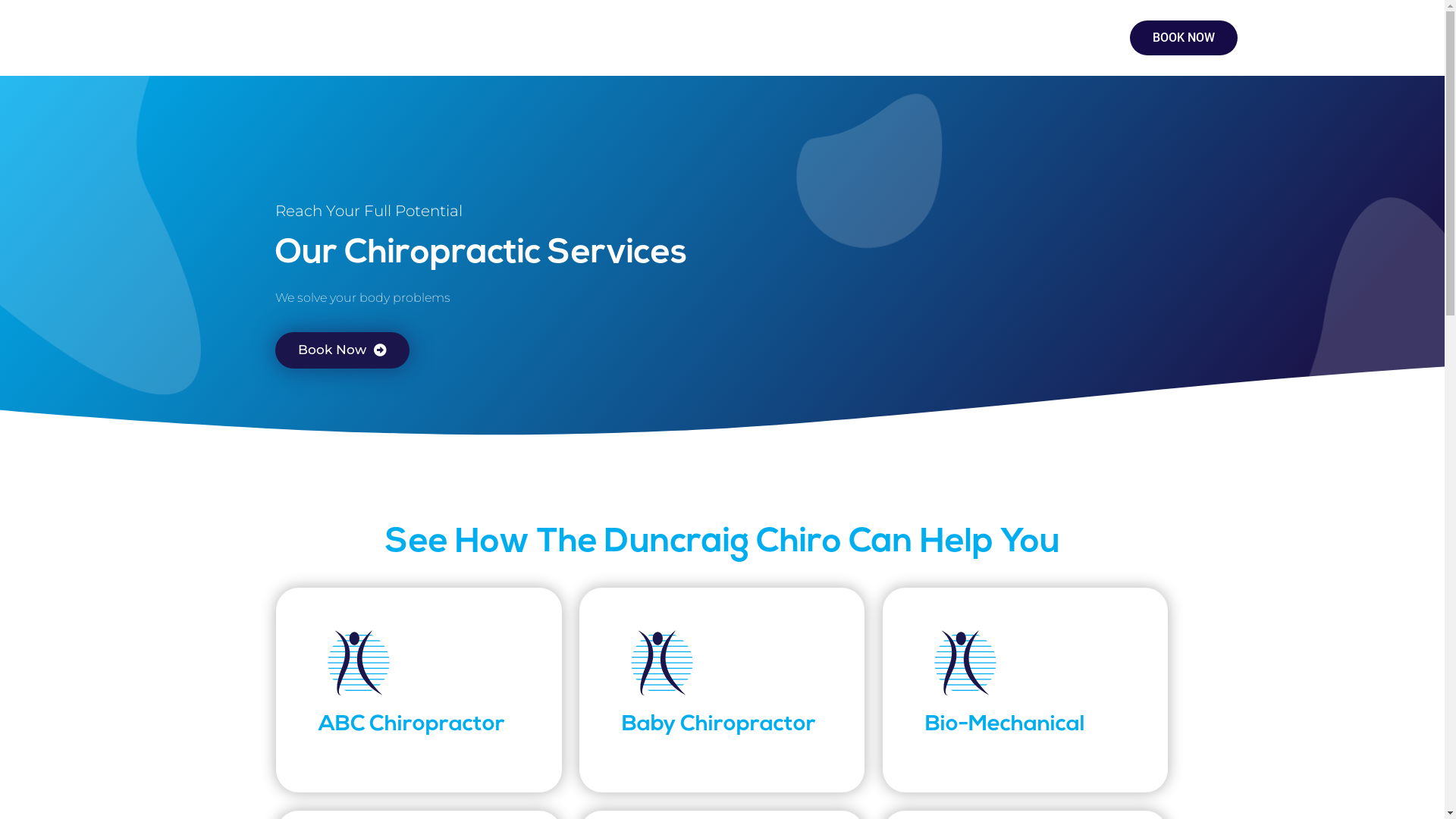 This screenshot has width=1456, height=819. What do you see at coordinates (340, 350) in the screenshot?
I see `'Book Now'` at bounding box center [340, 350].